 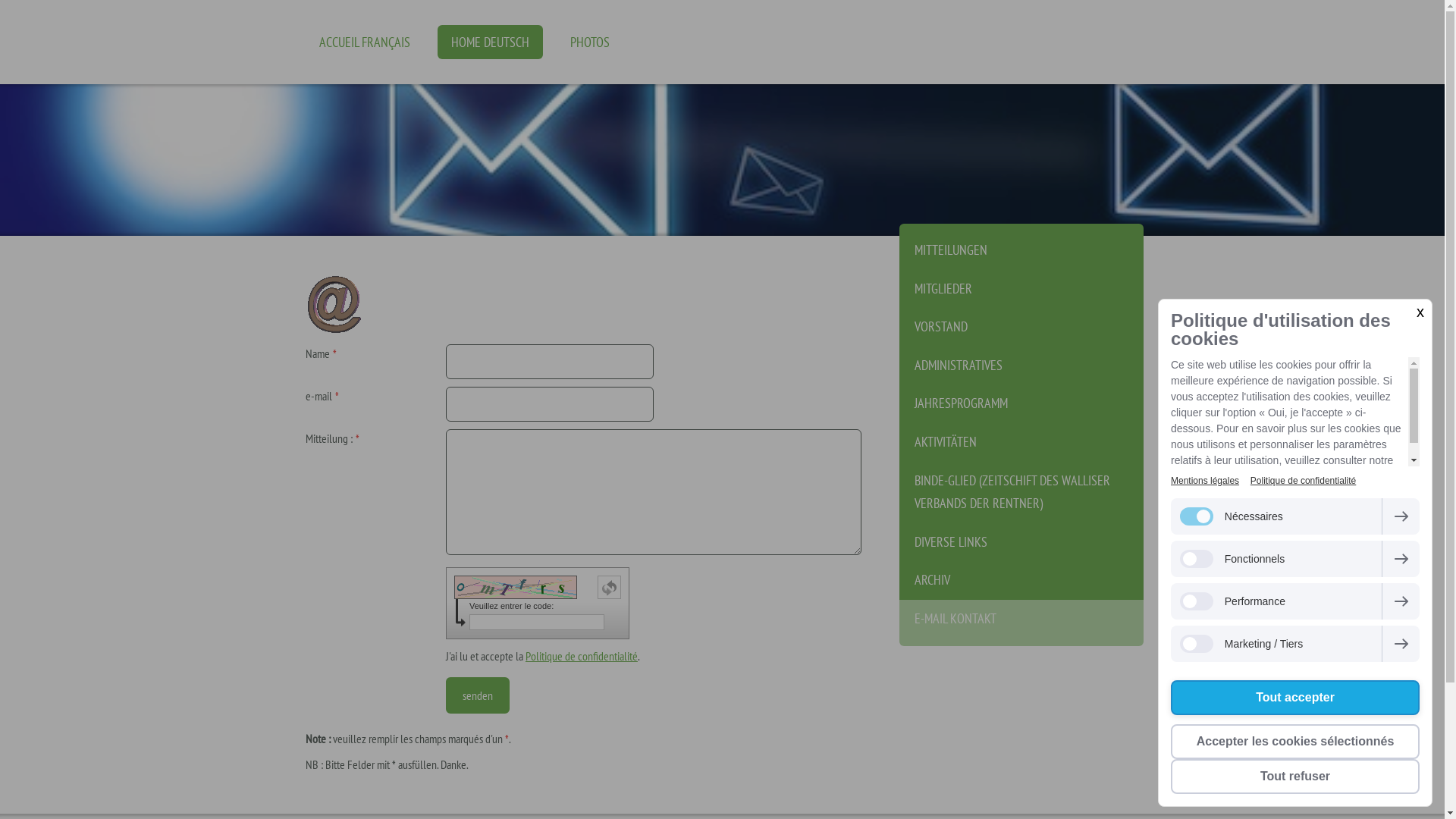 I want to click on 'E-MAIL KONTAKT', so click(x=1021, y=623).